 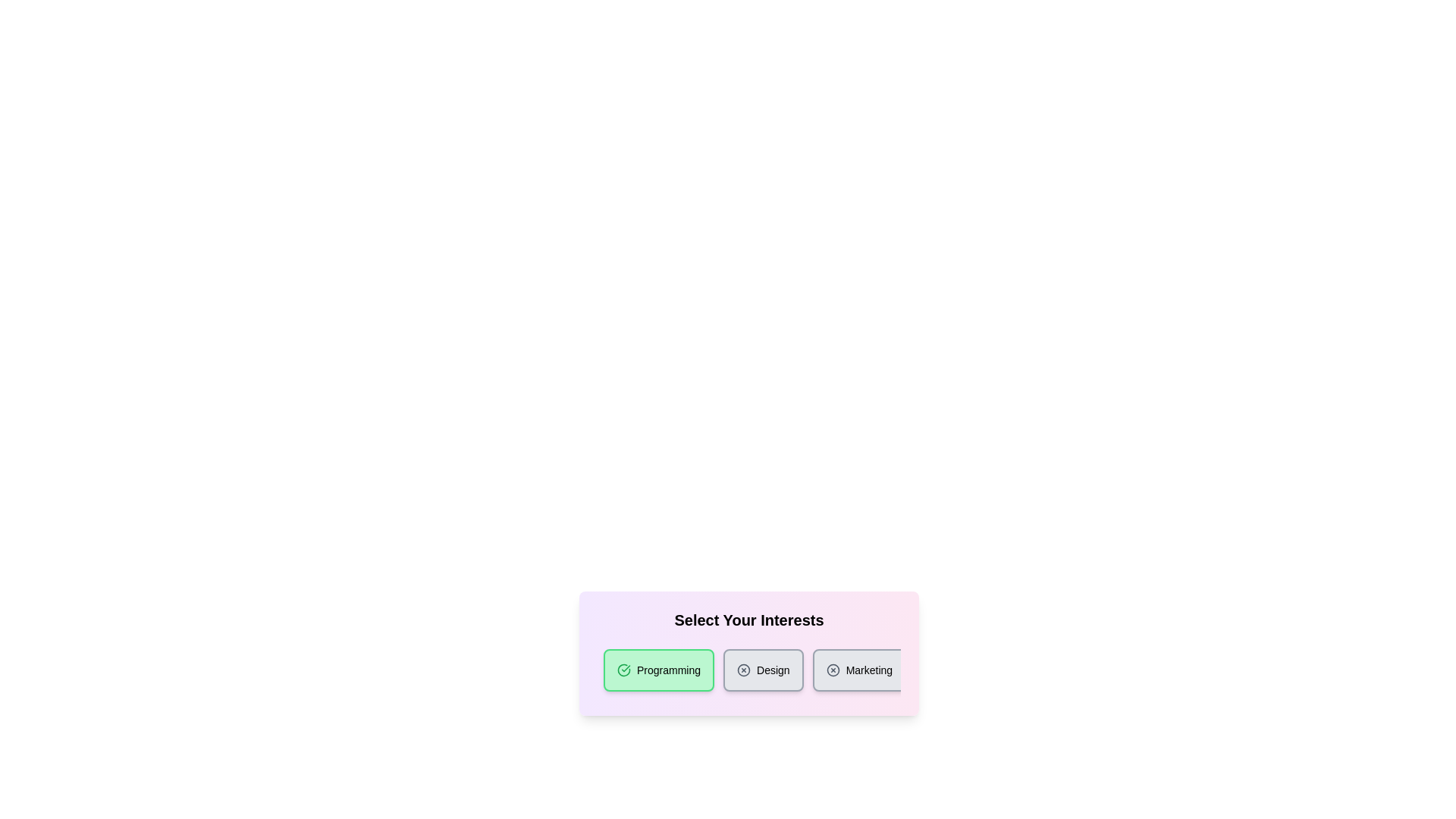 I want to click on the category chip labeled Design, so click(x=764, y=669).